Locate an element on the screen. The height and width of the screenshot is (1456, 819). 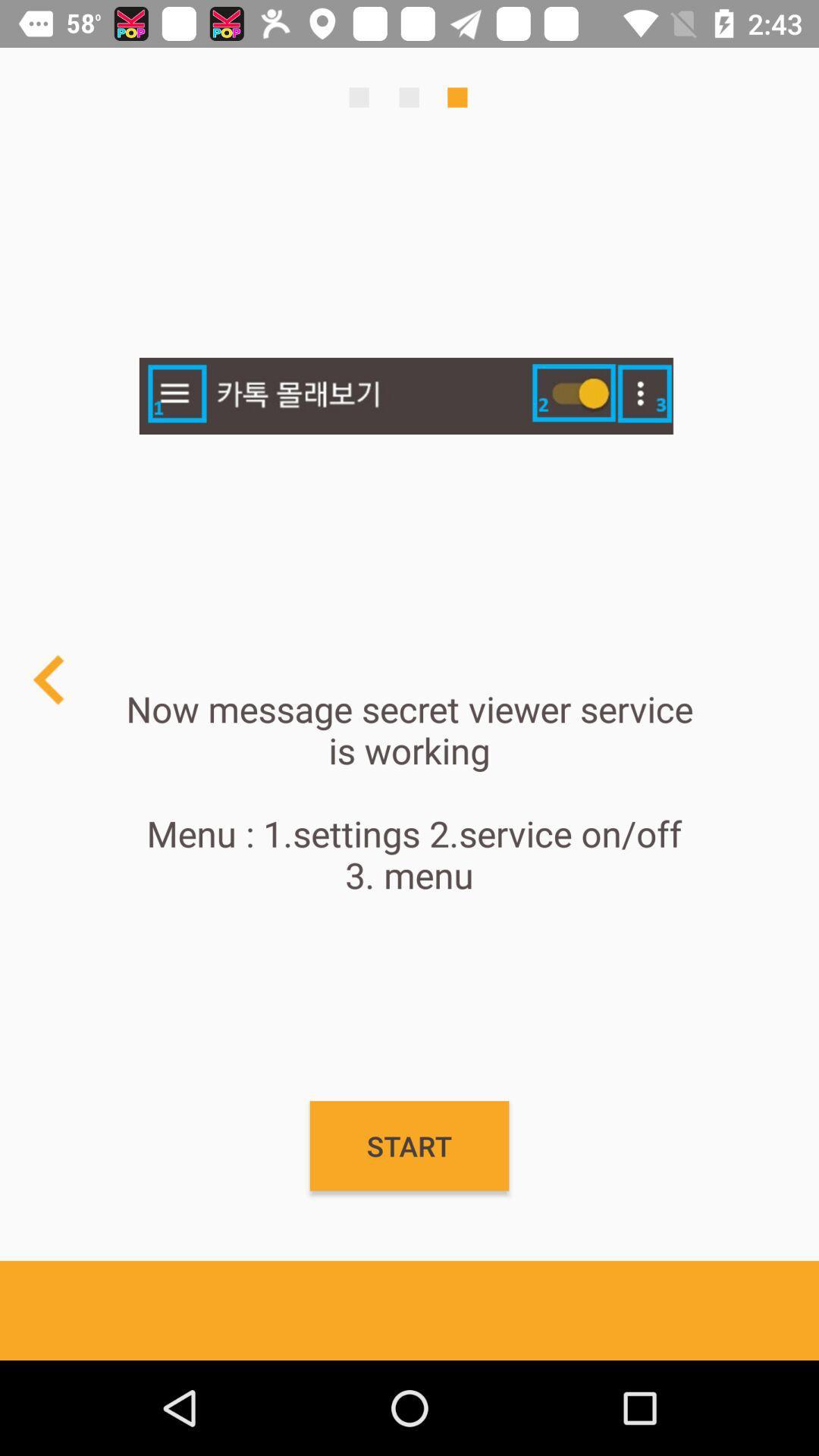
the arrow_backward icon is located at coordinates (49, 679).